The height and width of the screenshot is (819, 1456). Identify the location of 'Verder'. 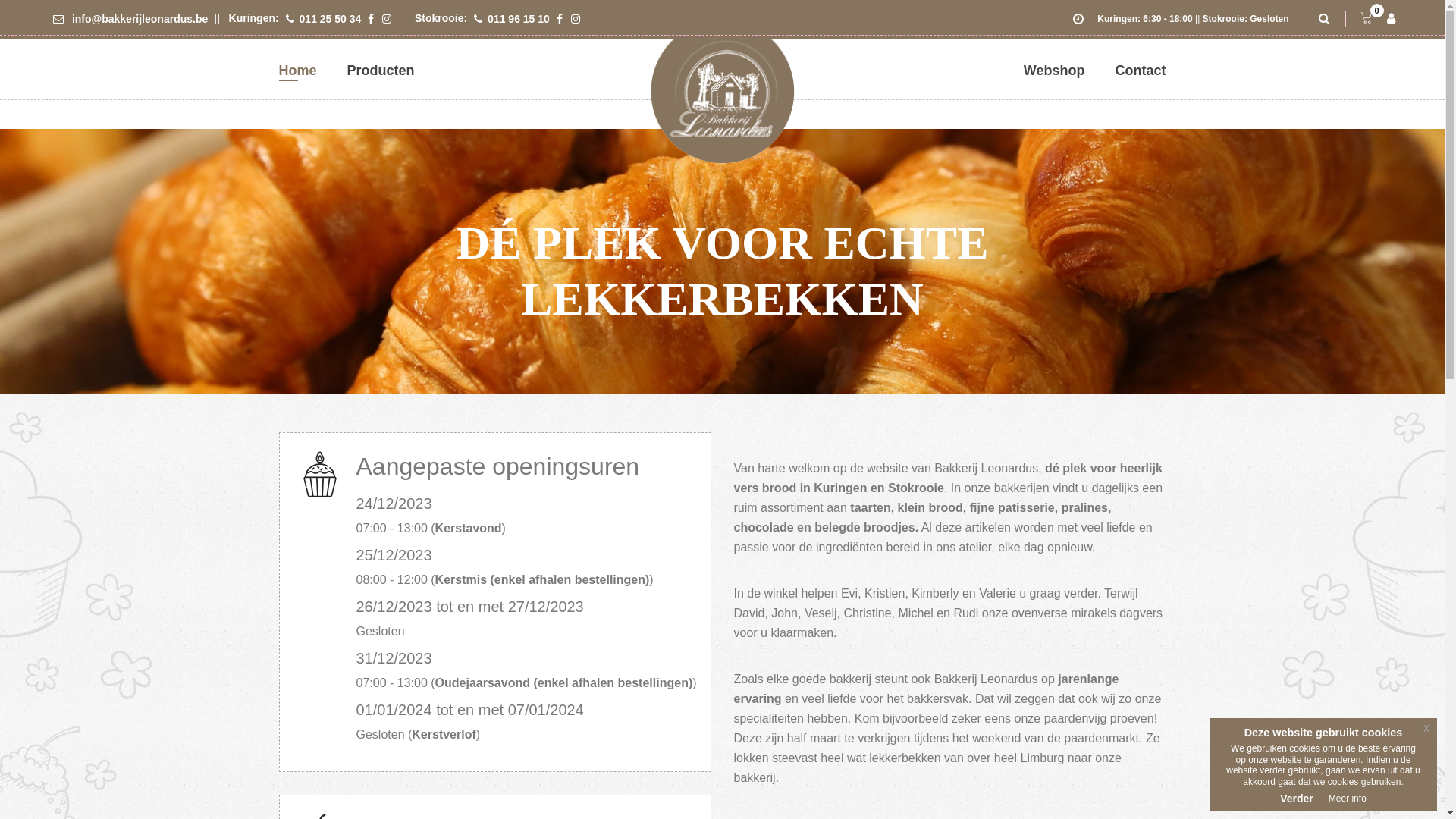
(1279, 798).